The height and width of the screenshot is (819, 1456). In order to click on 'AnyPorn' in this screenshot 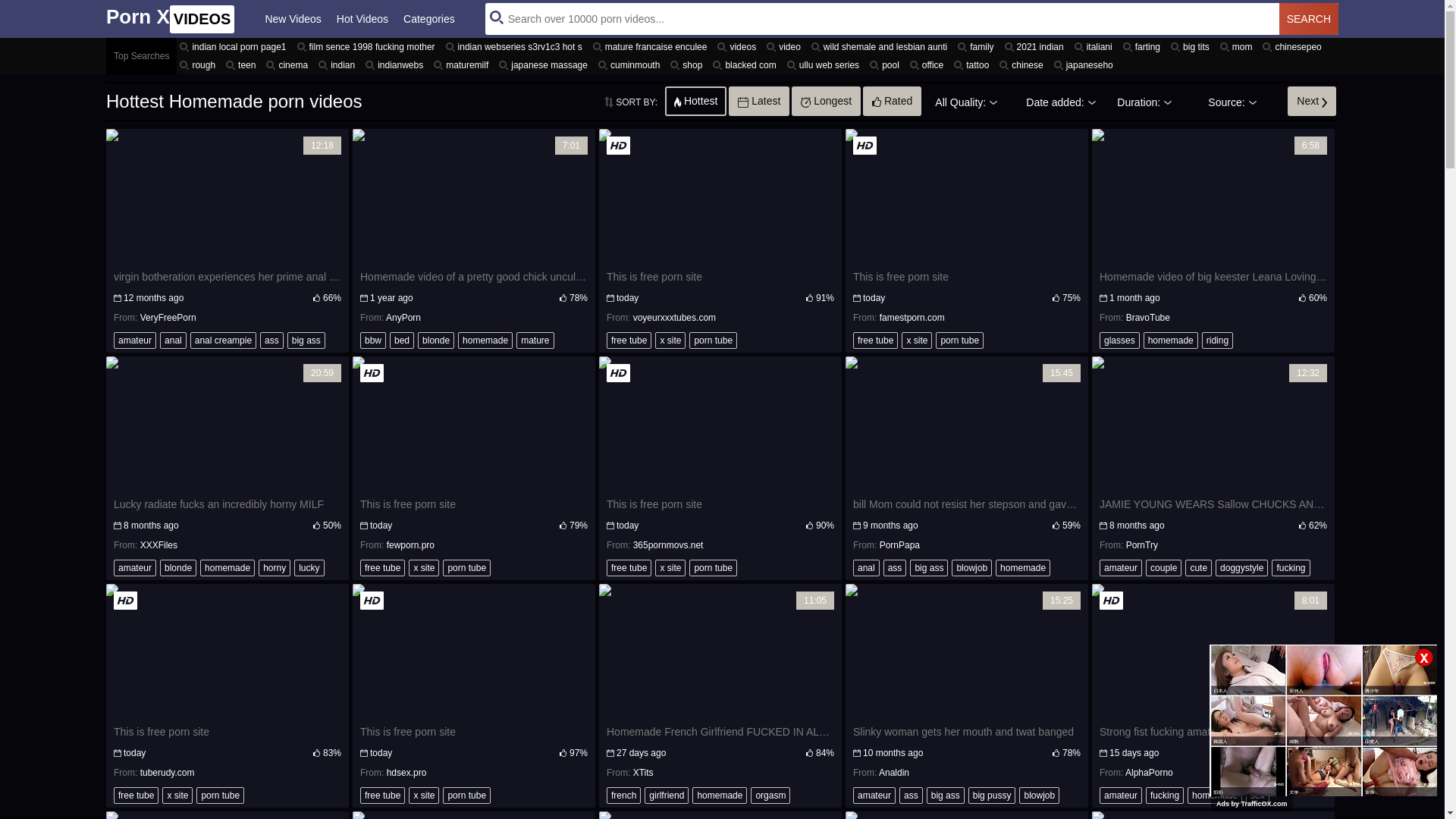, I will do `click(403, 317)`.